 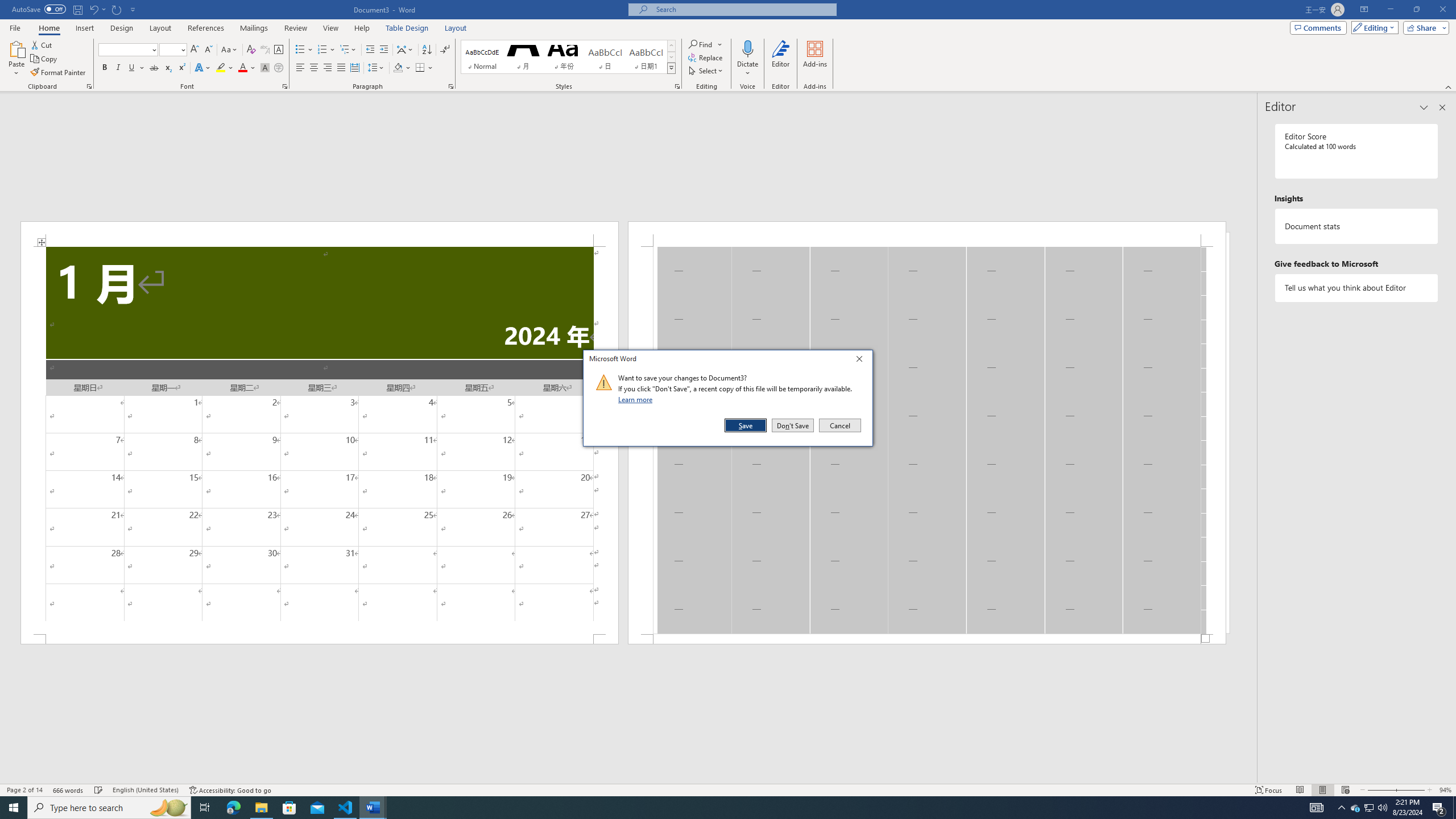 What do you see at coordinates (313, 67) in the screenshot?
I see `'Center'` at bounding box center [313, 67].